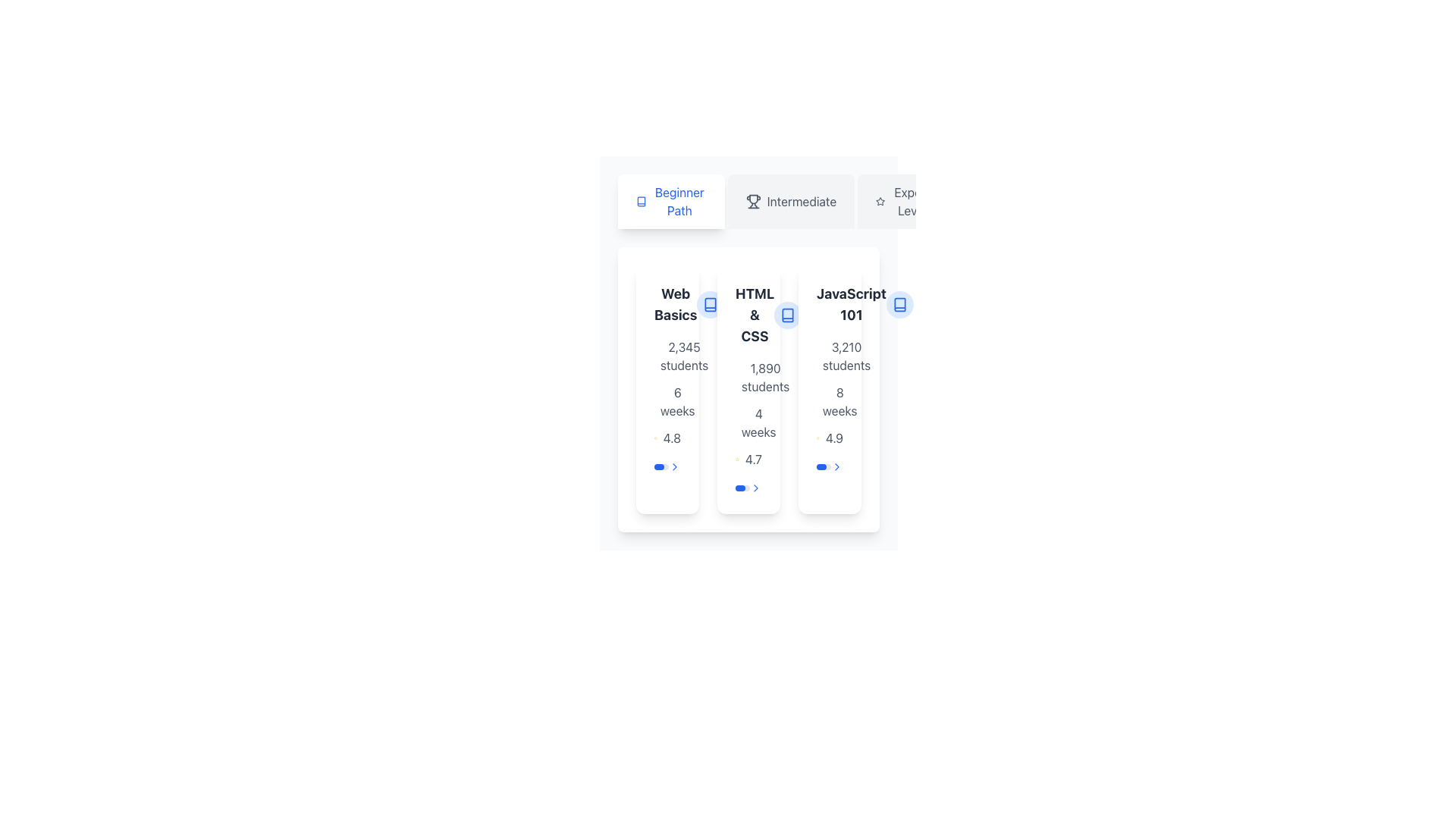 Image resolution: width=1456 pixels, height=819 pixels. I want to click on the text label displaying '4 weeks', which is centrally aligned below '1,890 students' and above the star rating '4.7' on the third card in the list, so click(758, 423).